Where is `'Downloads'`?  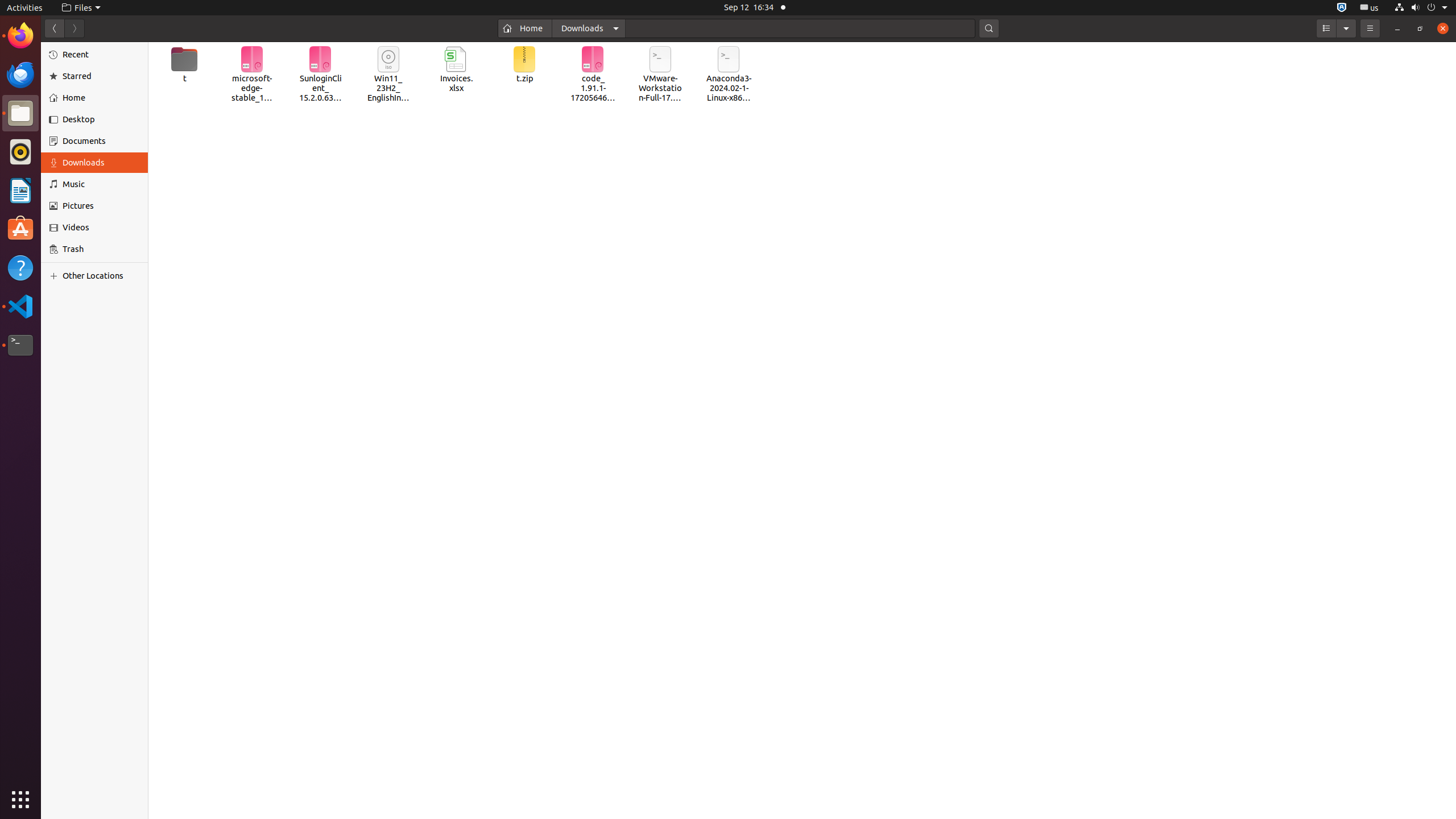 'Downloads' is located at coordinates (100, 162).